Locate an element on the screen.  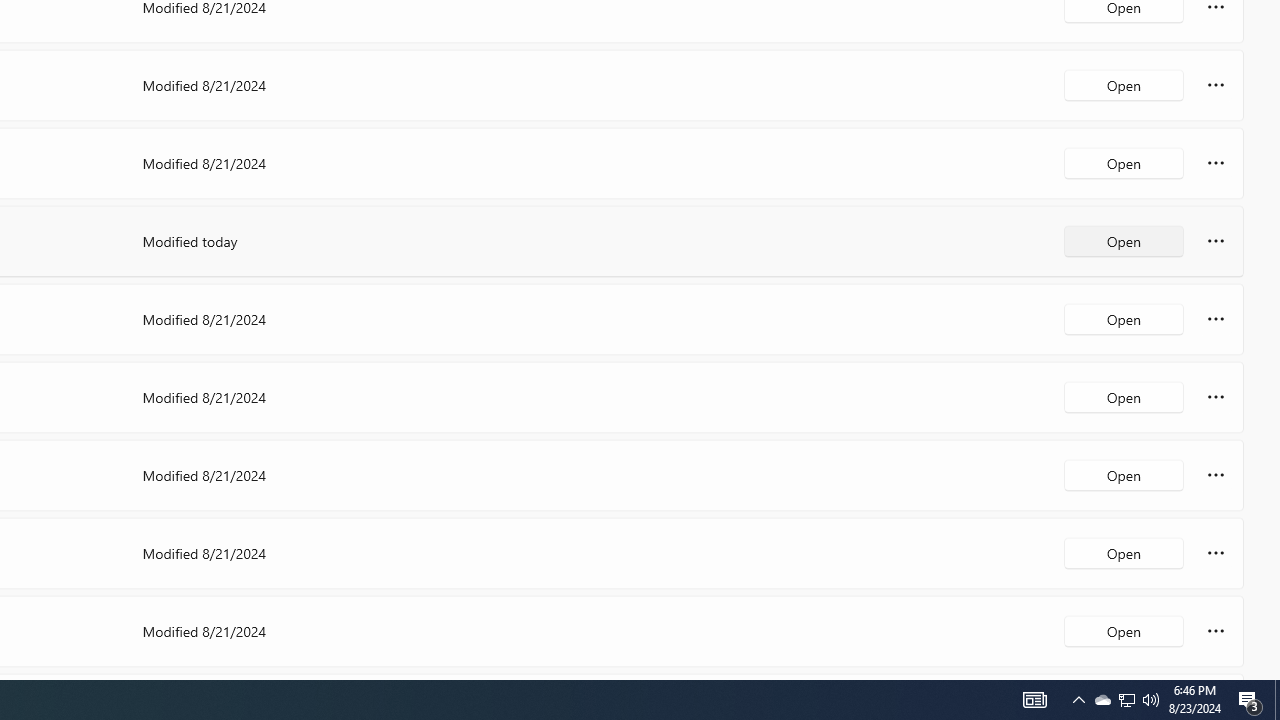
'Vertical Small Increase' is located at coordinates (1271, 672).